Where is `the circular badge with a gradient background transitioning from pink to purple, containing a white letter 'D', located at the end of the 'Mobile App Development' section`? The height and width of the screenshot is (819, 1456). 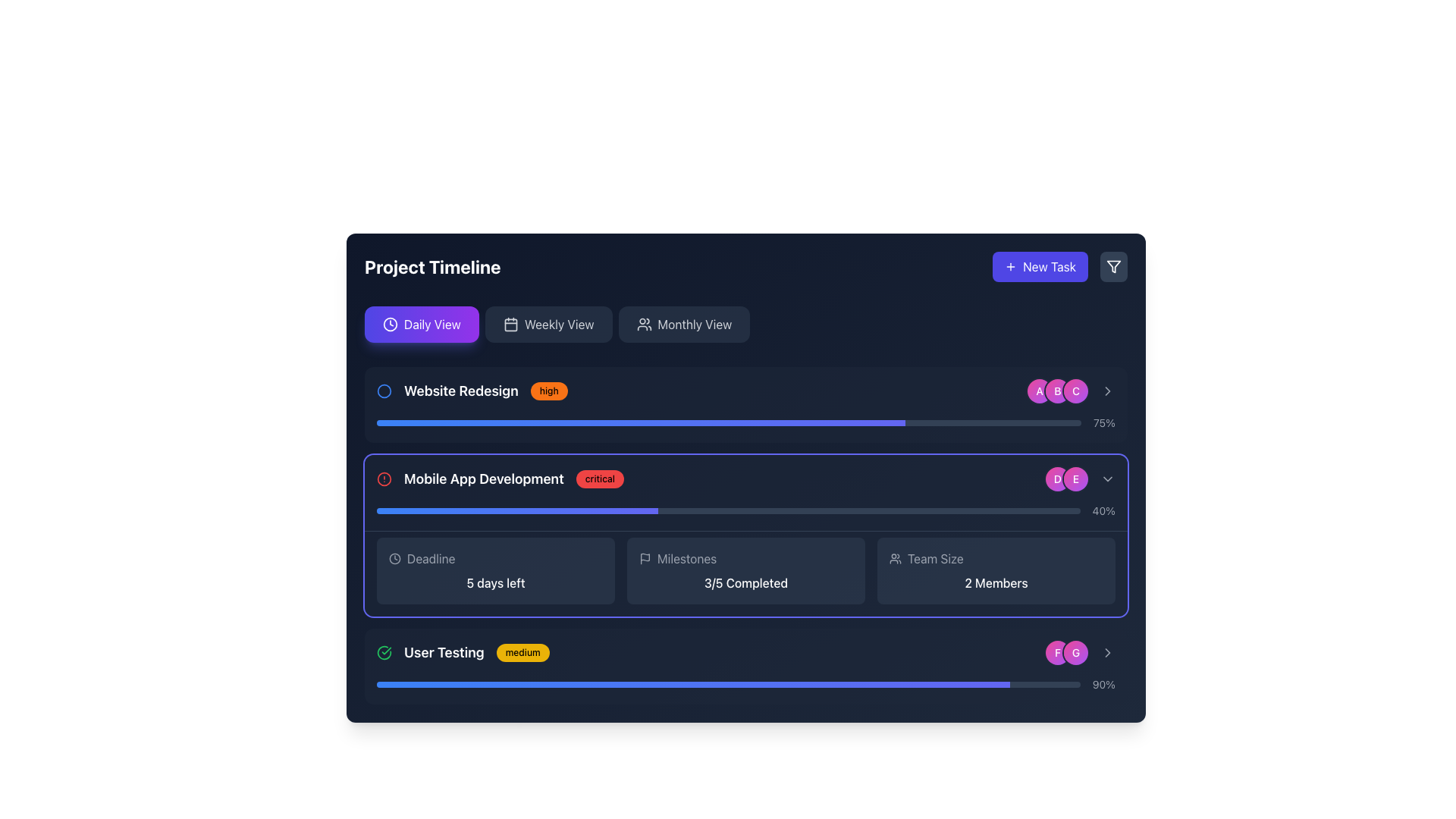
the circular badge with a gradient background transitioning from pink to purple, containing a white letter 'D', located at the end of the 'Mobile App Development' section is located at coordinates (1057, 479).